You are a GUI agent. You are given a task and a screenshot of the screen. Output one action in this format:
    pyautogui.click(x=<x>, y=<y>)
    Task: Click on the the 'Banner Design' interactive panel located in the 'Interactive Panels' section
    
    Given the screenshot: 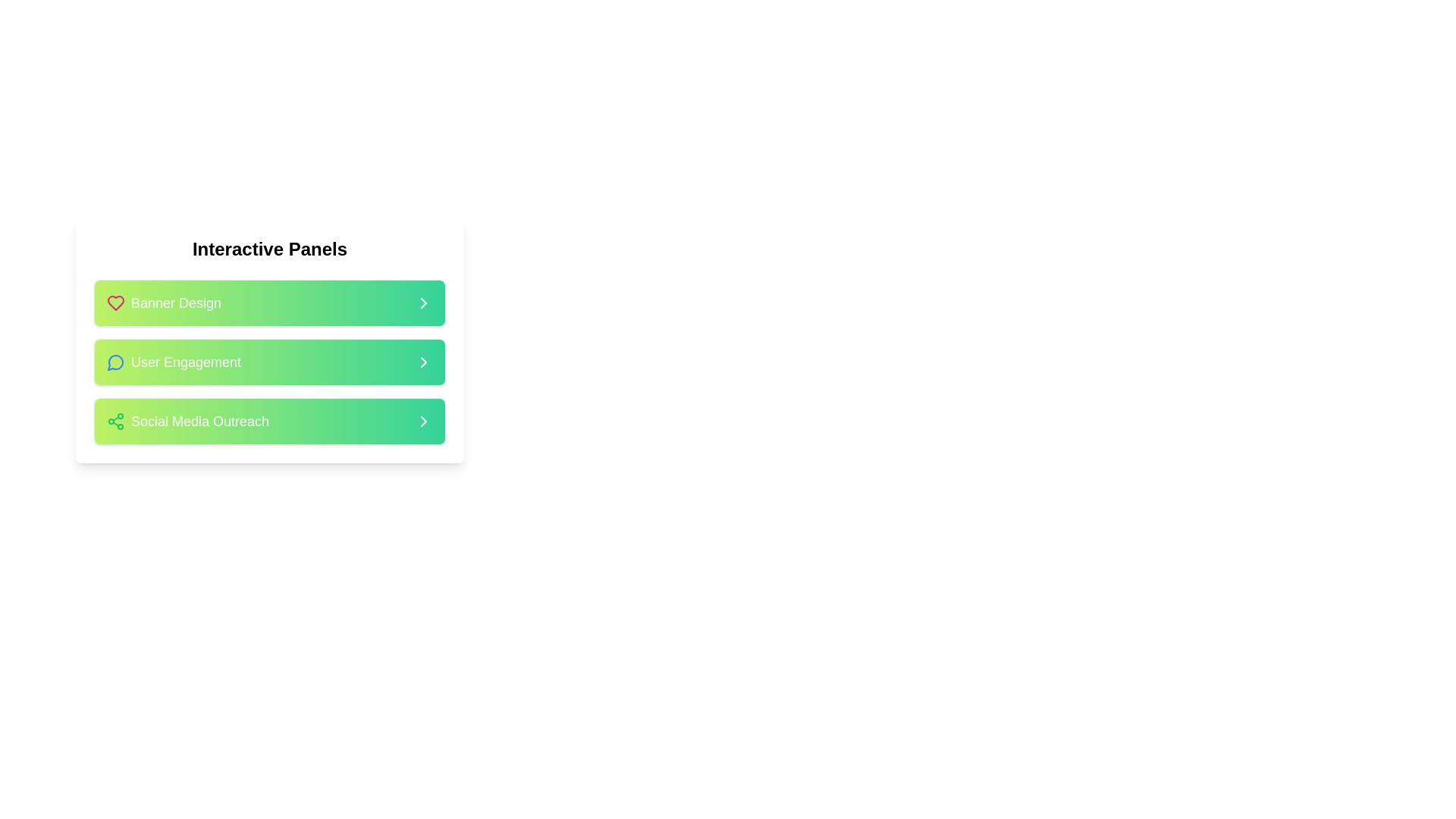 What is the action you would take?
    pyautogui.click(x=269, y=303)
    